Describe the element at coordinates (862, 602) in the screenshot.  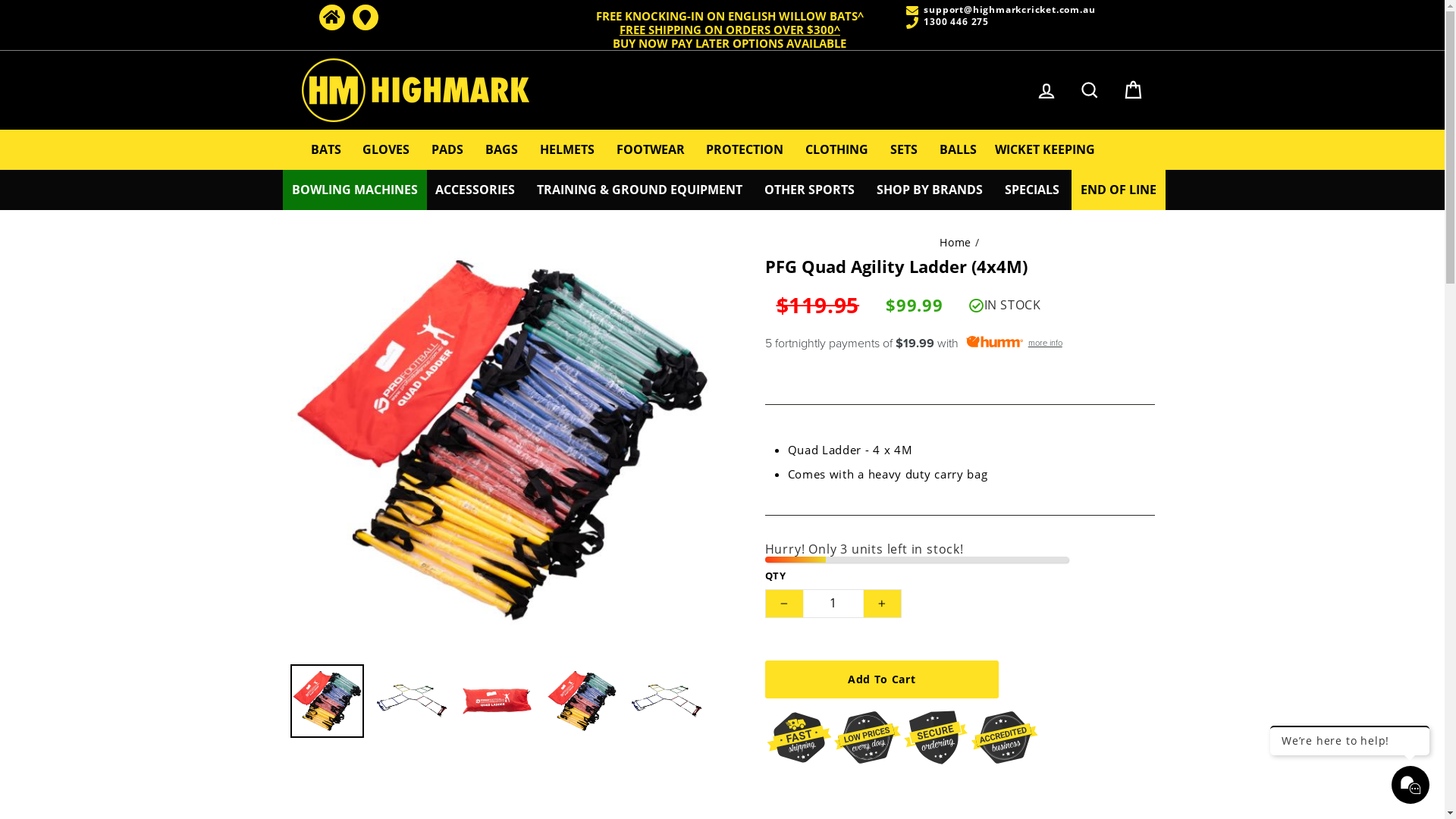
I see `'+'` at that location.